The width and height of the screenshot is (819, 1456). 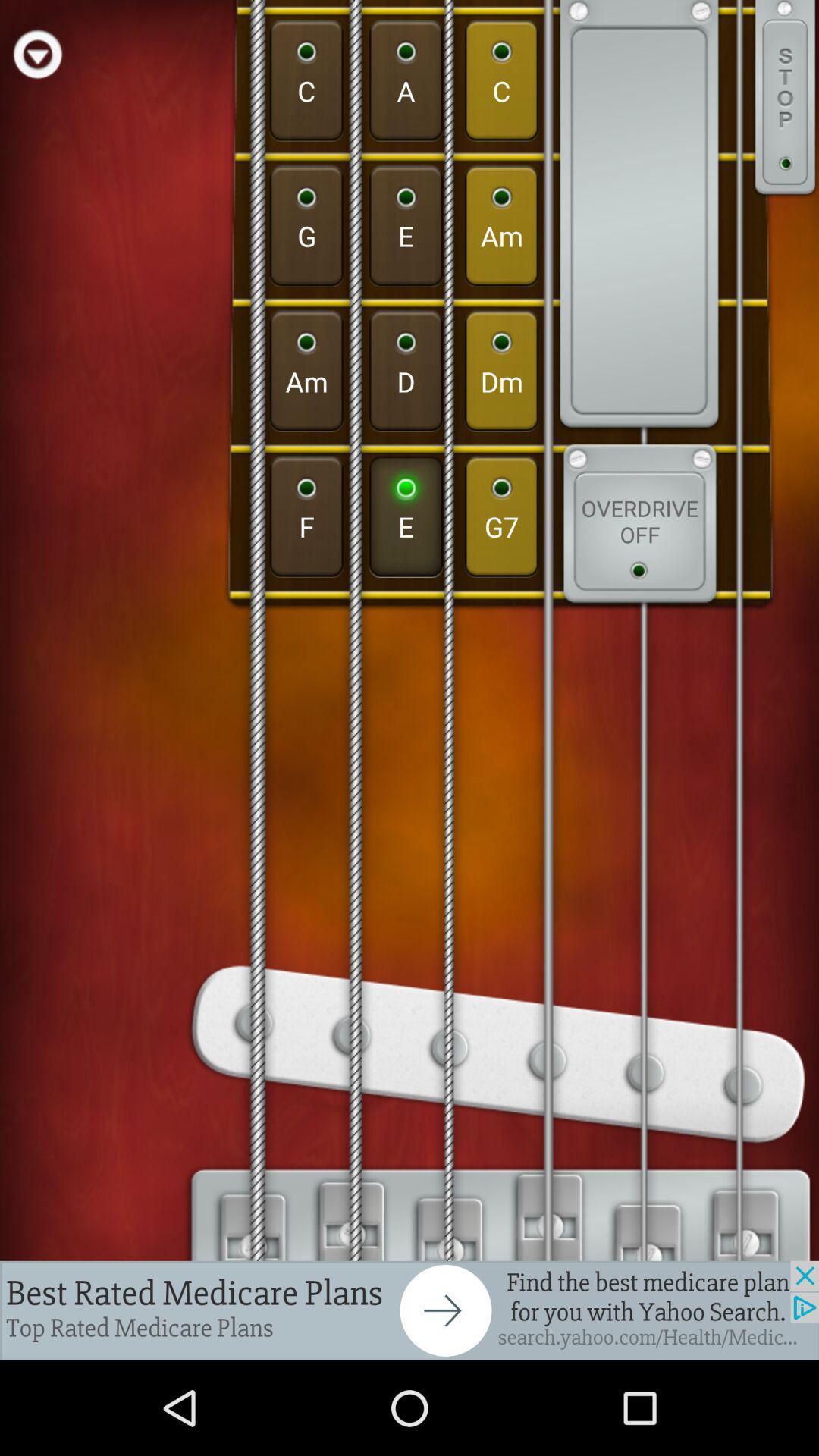 I want to click on play, so click(x=36, y=53).